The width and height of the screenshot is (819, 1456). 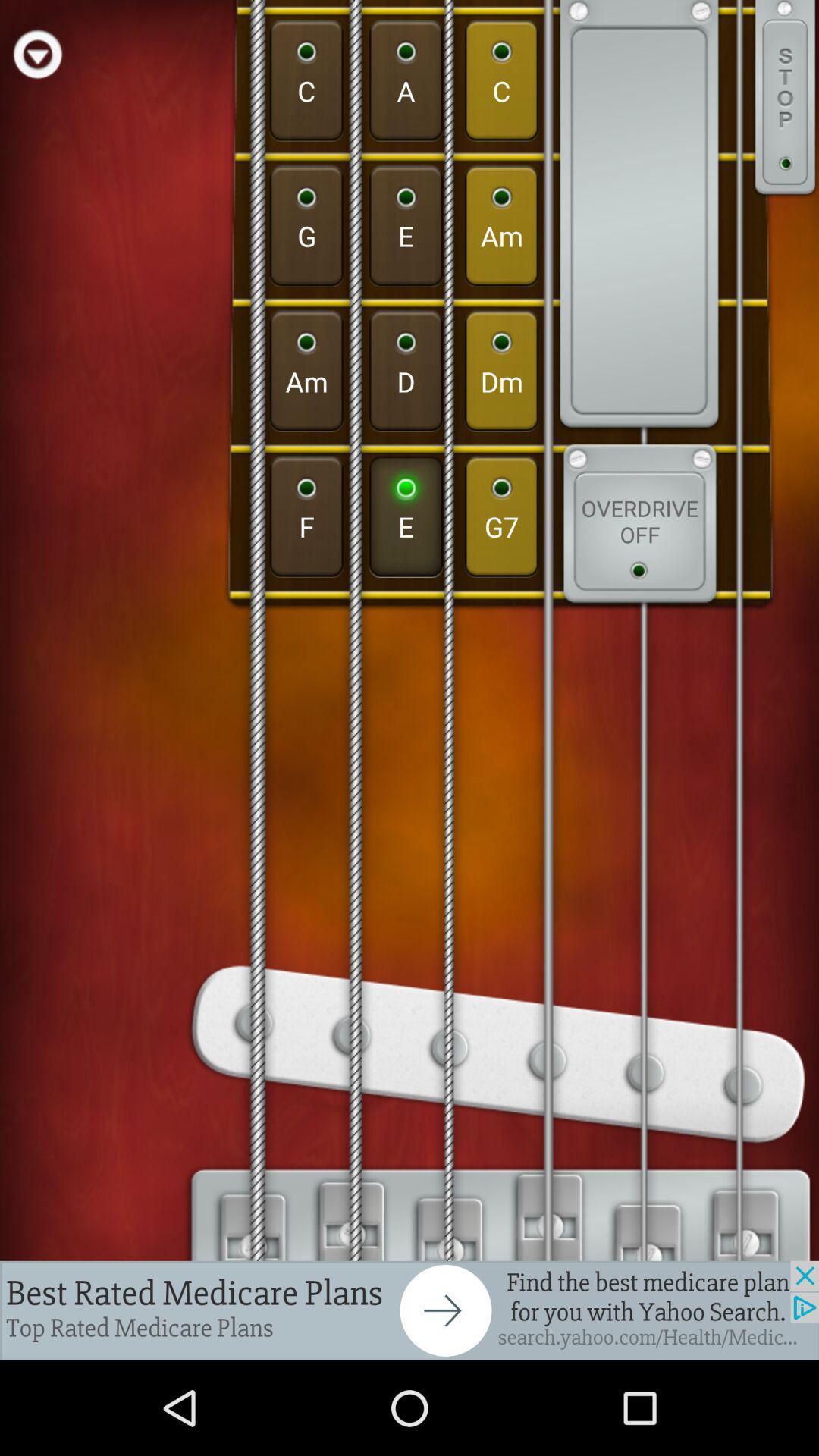 I want to click on play, so click(x=36, y=53).